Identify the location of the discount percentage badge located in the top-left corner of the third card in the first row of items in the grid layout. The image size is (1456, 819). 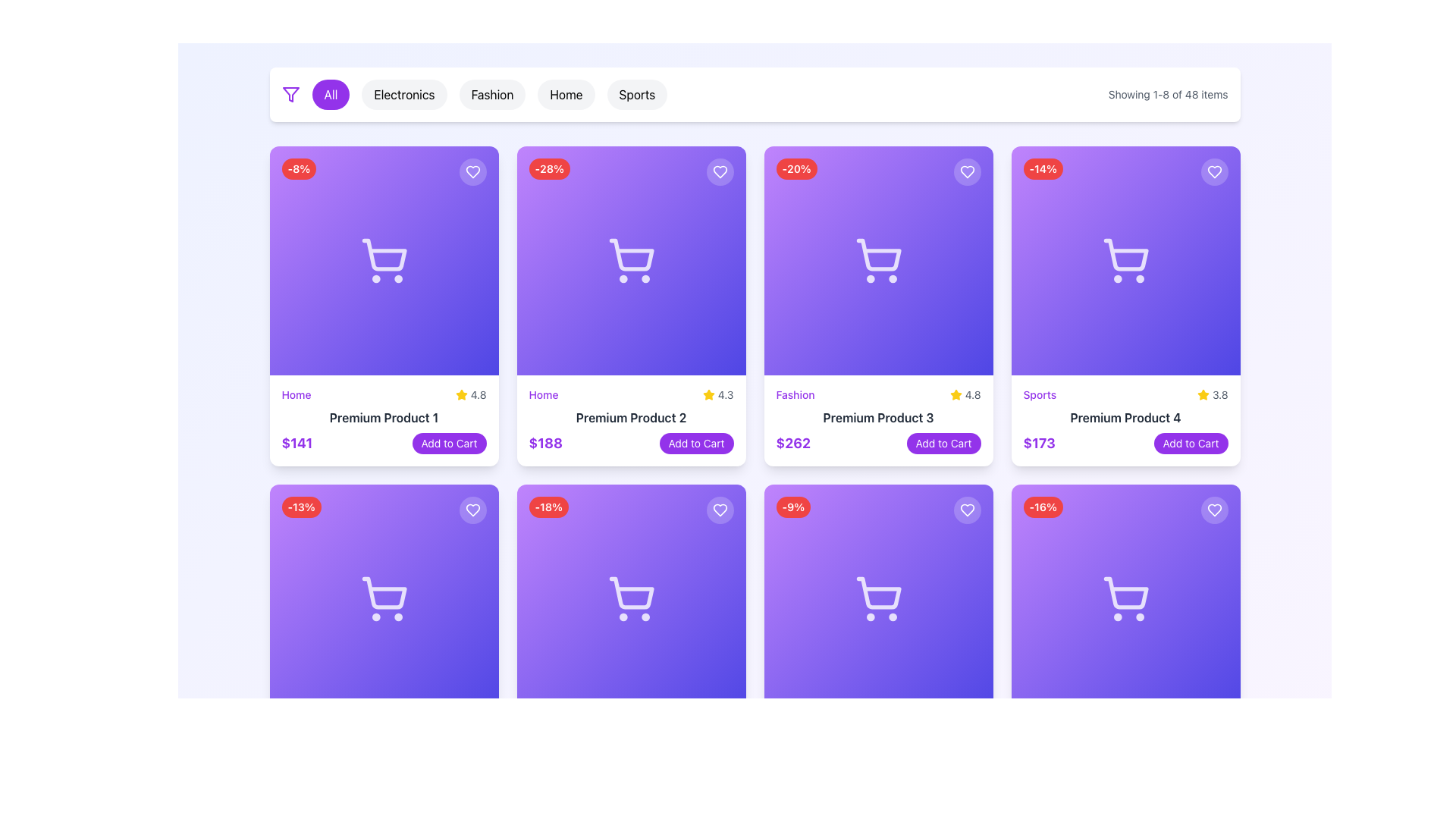
(795, 169).